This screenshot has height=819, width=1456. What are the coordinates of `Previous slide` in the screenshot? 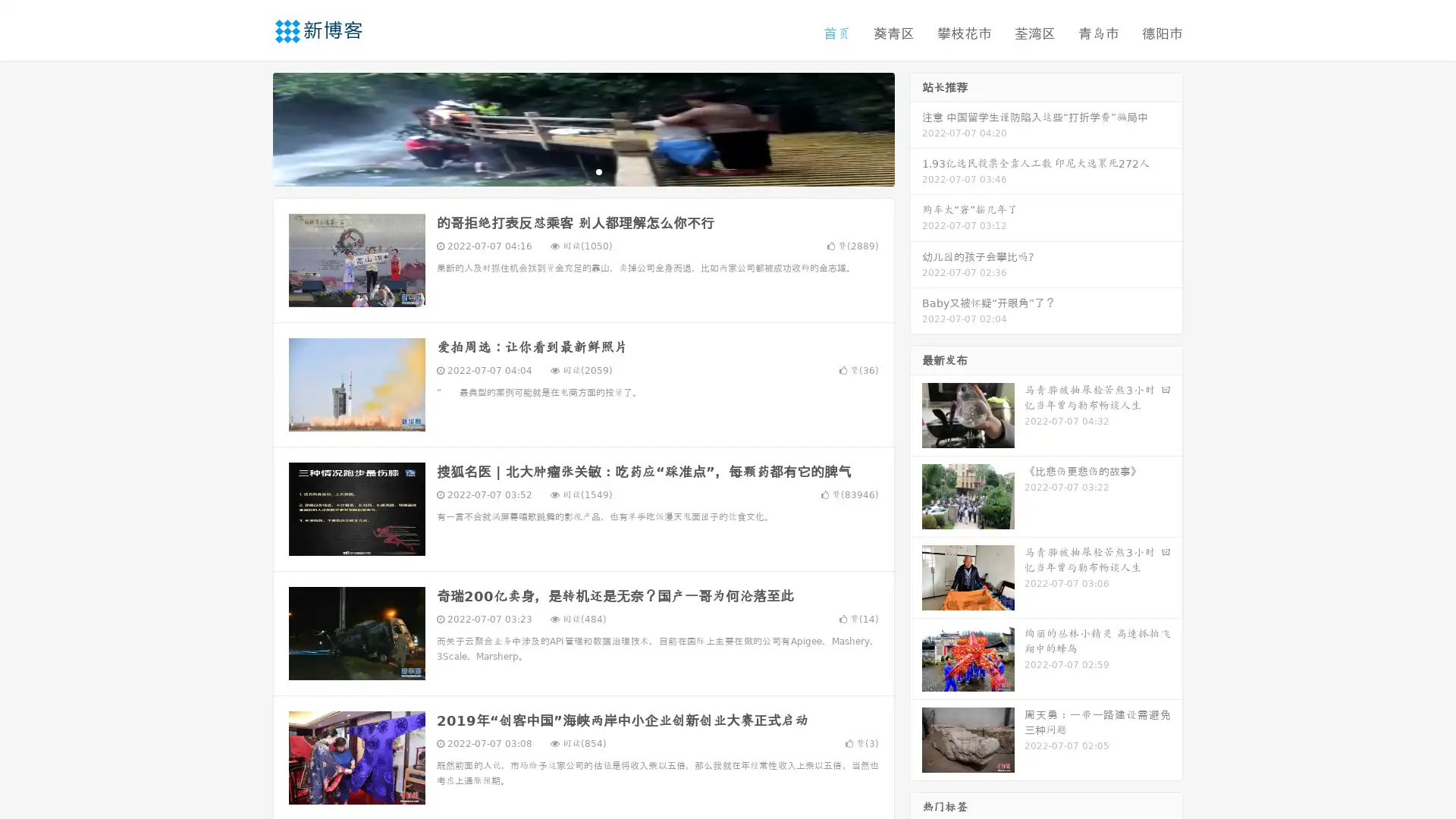 It's located at (250, 127).